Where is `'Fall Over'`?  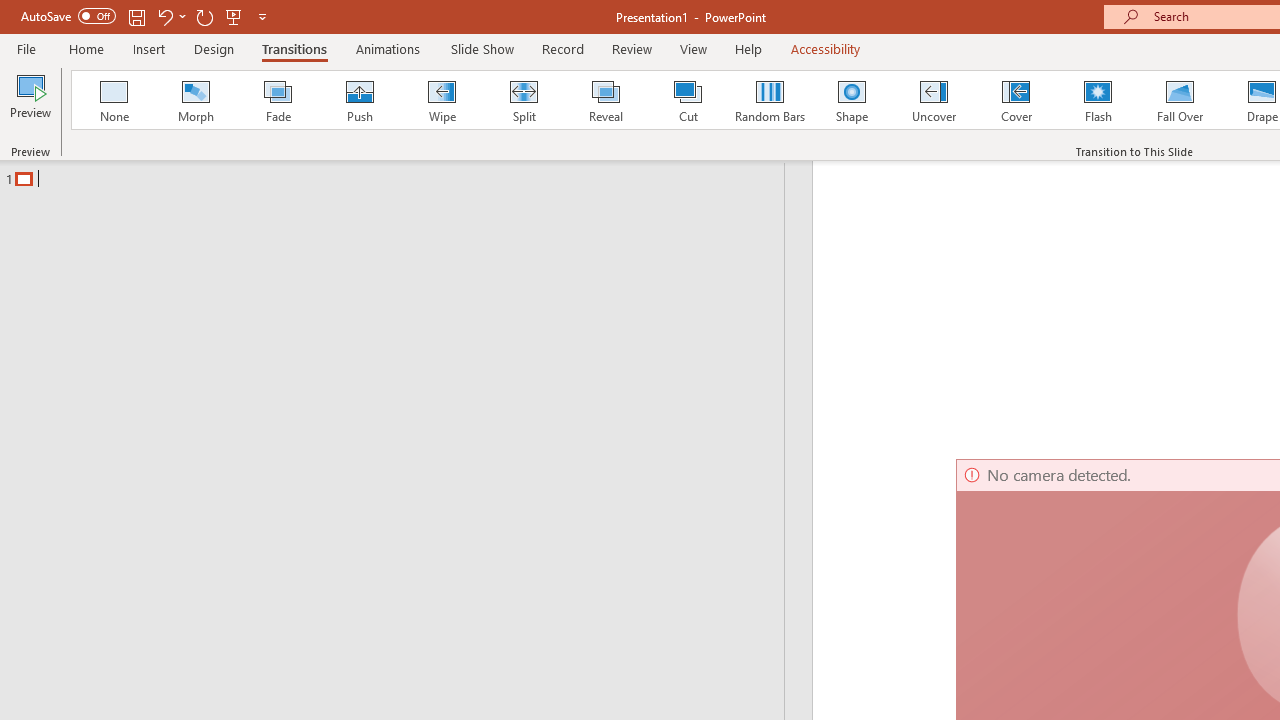 'Fall Over' is located at coordinates (1180, 100).